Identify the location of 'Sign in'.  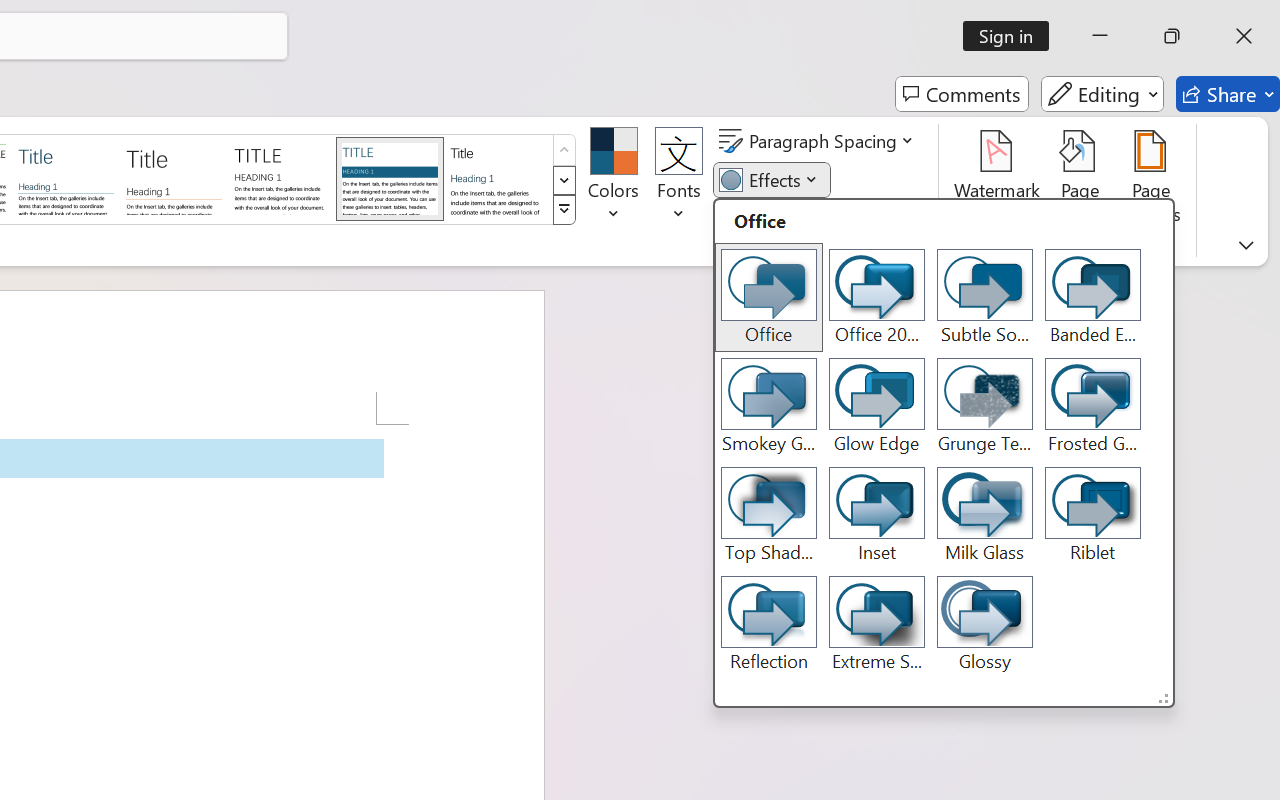
(1013, 35).